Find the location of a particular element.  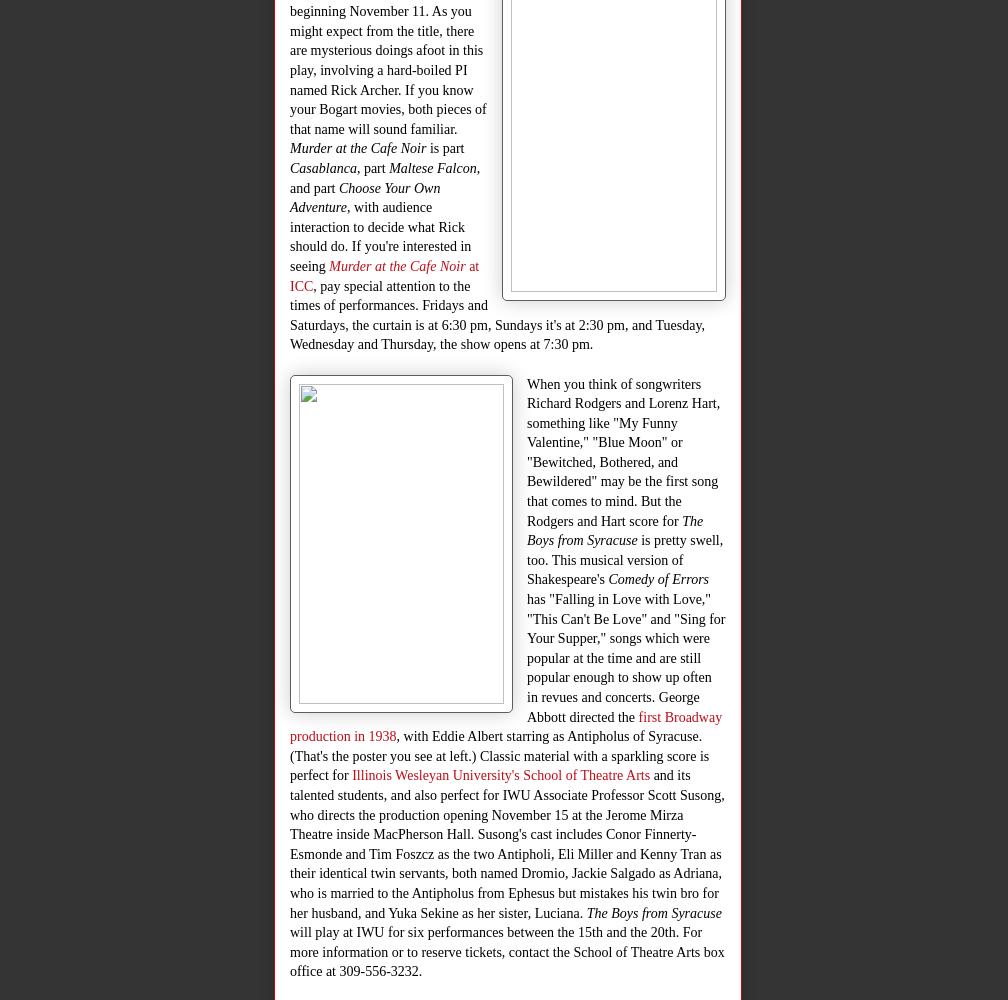

', with Eddie Albert starring as Antipholus of Syracuse. (That's the poster you see at left.) Classic material with a sparkling score is perfect for' is located at coordinates (499, 756).